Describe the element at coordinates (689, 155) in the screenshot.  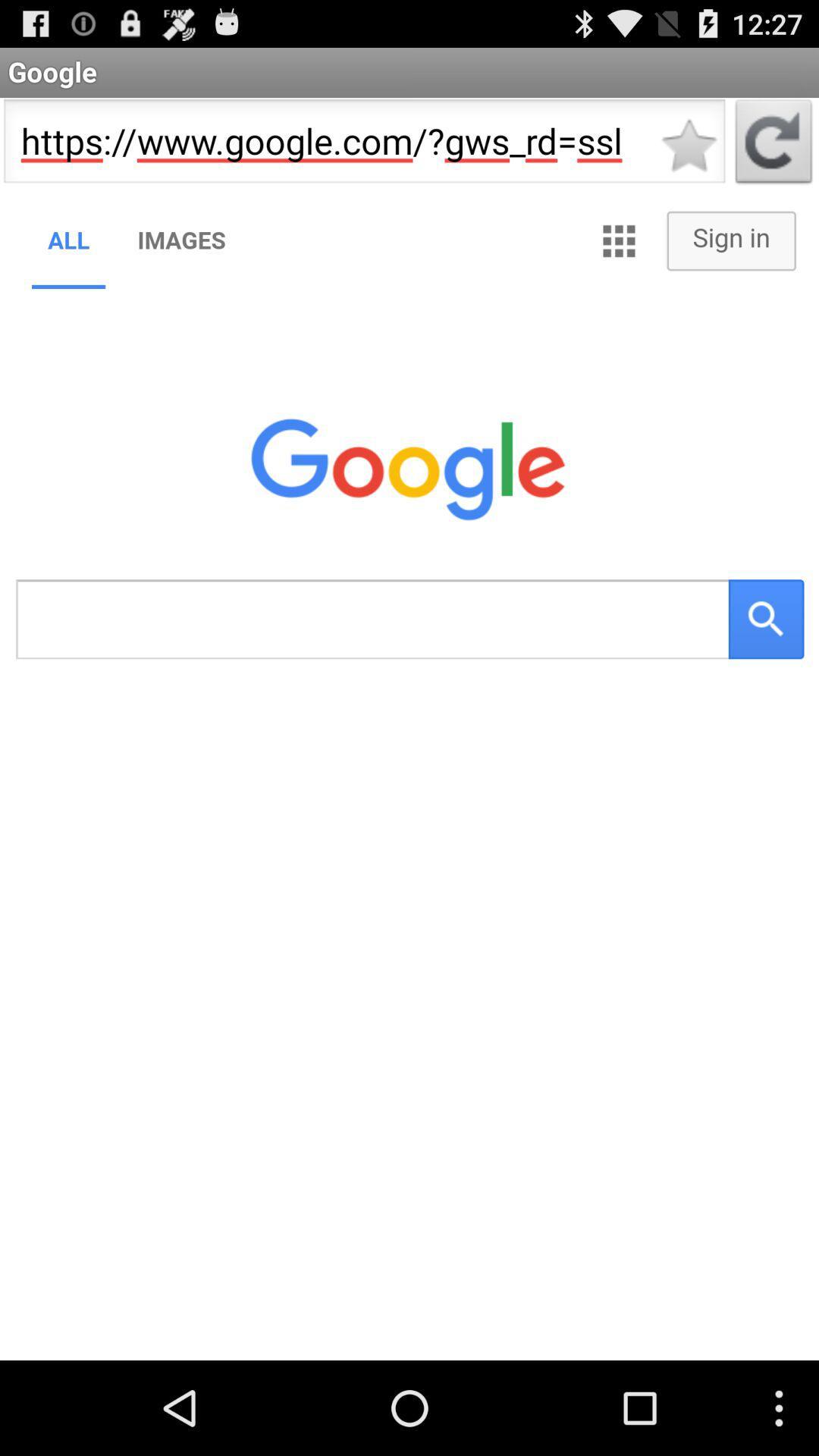
I see `the star icon` at that location.